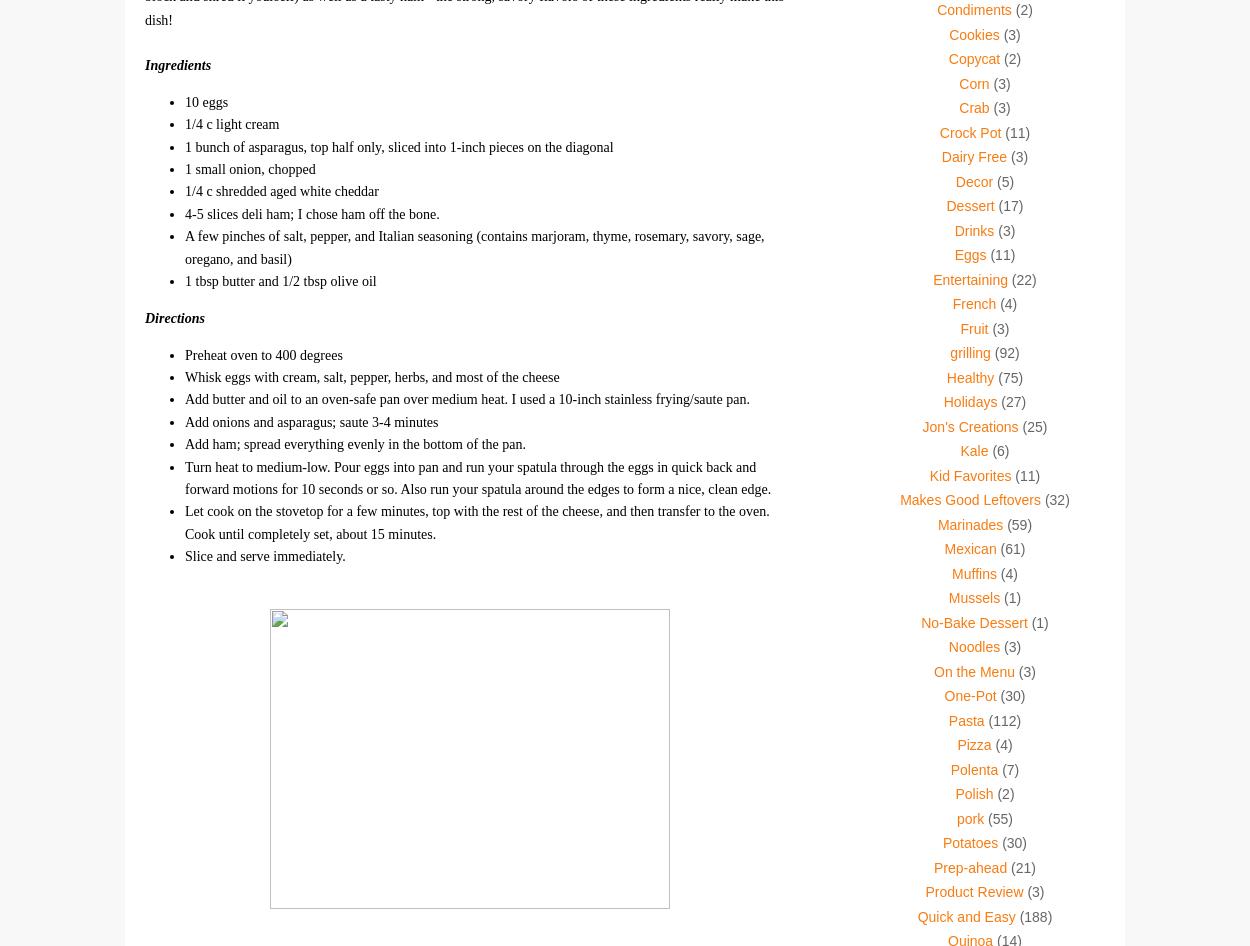  Describe the element at coordinates (280, 279) in the screenshot. I see `'1 tbsp butter and 1/2 tbsp olive oil'` at that location.